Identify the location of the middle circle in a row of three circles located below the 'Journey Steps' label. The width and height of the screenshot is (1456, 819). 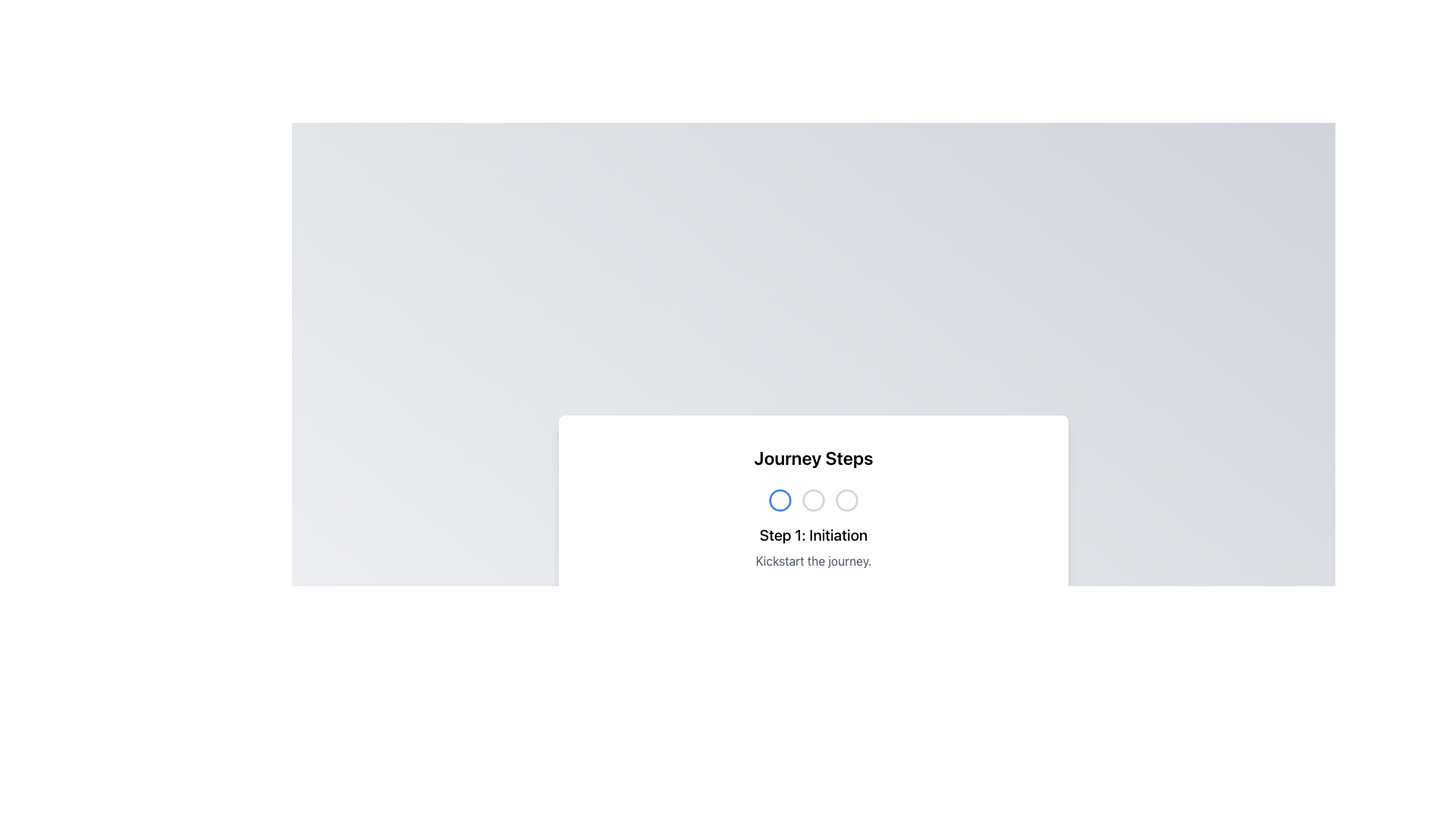
(813, 500).